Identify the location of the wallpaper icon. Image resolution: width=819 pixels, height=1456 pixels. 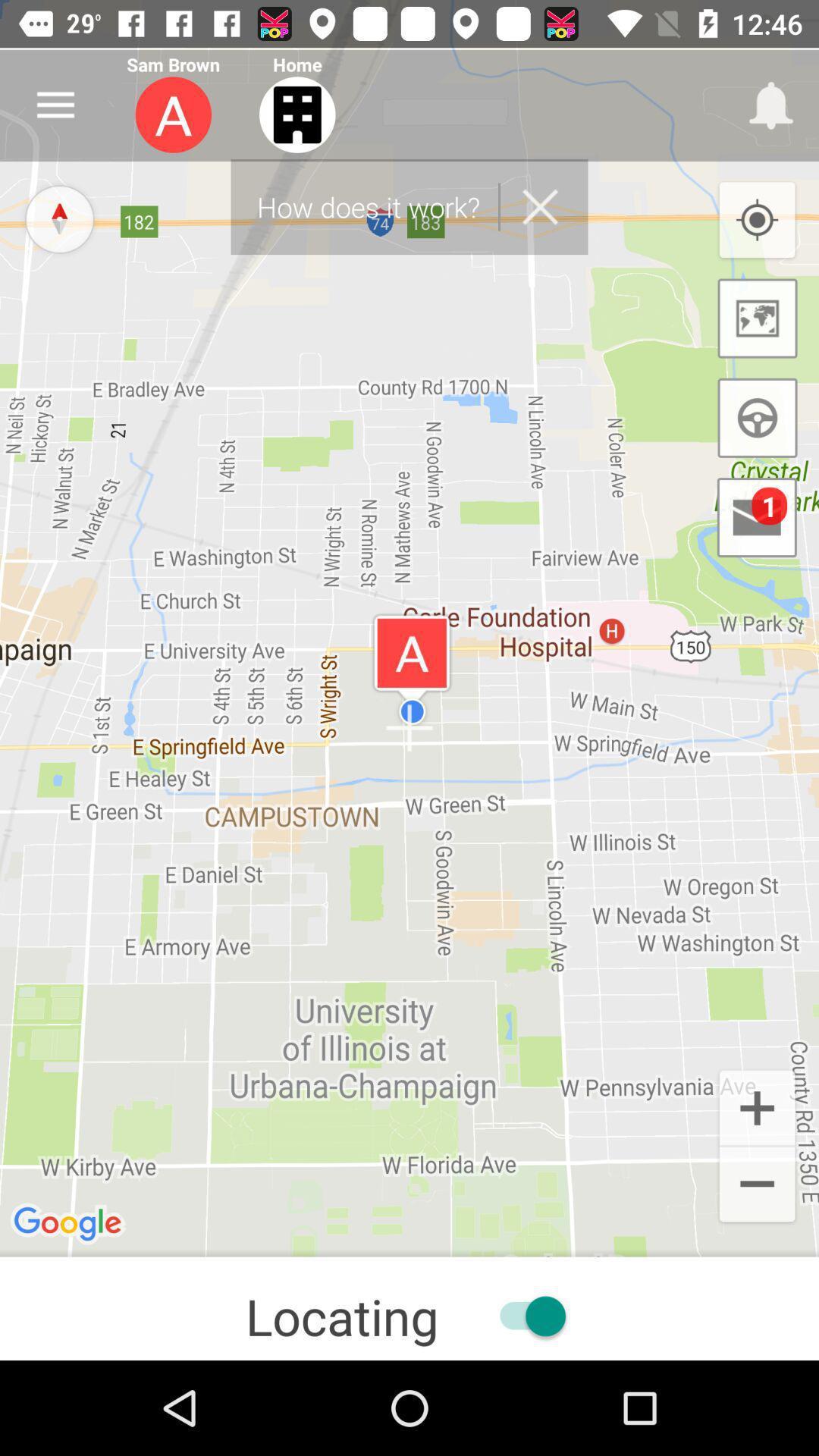
(758, 318).